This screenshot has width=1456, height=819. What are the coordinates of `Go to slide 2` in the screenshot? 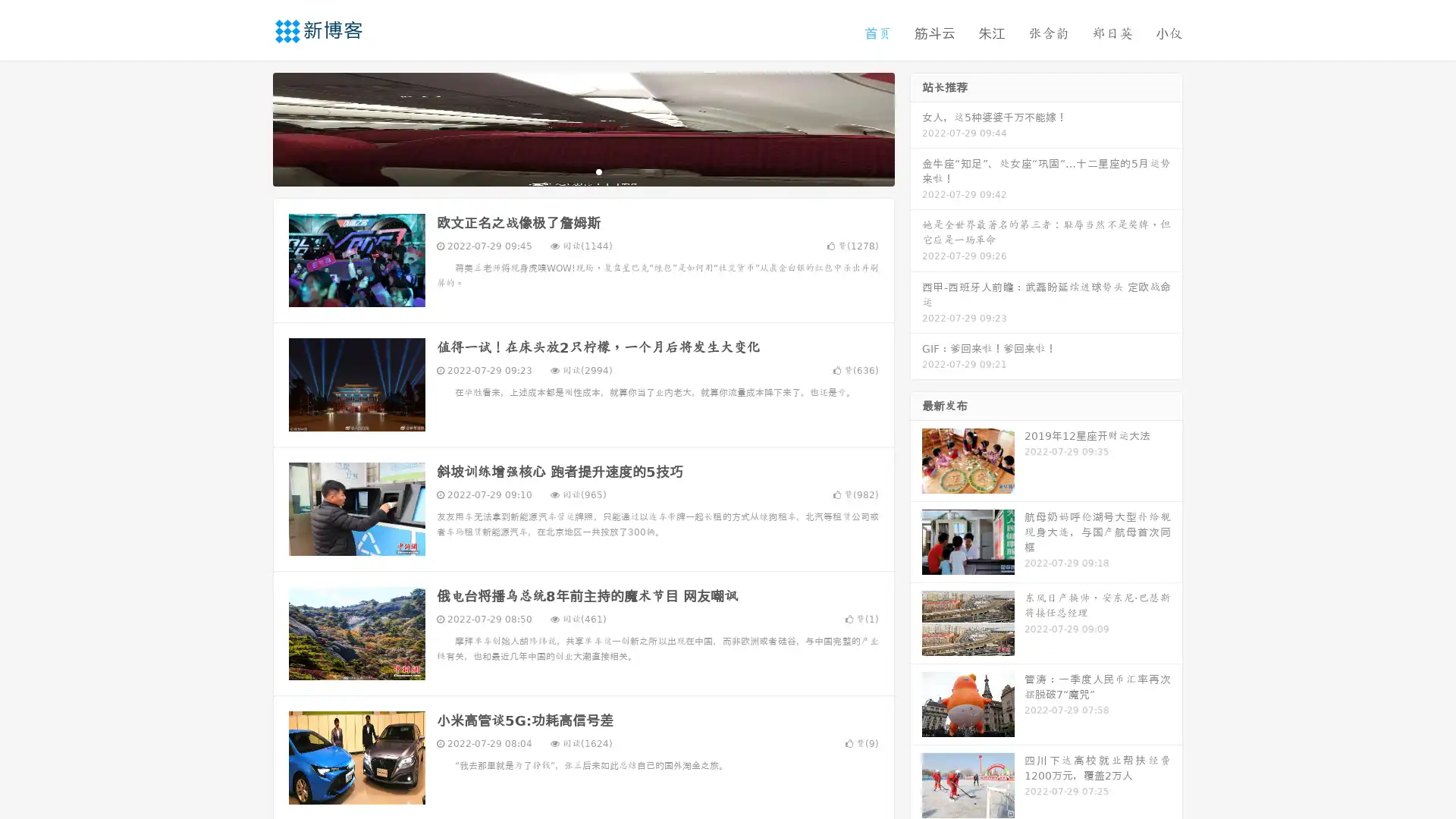 It's located at (582, 171).